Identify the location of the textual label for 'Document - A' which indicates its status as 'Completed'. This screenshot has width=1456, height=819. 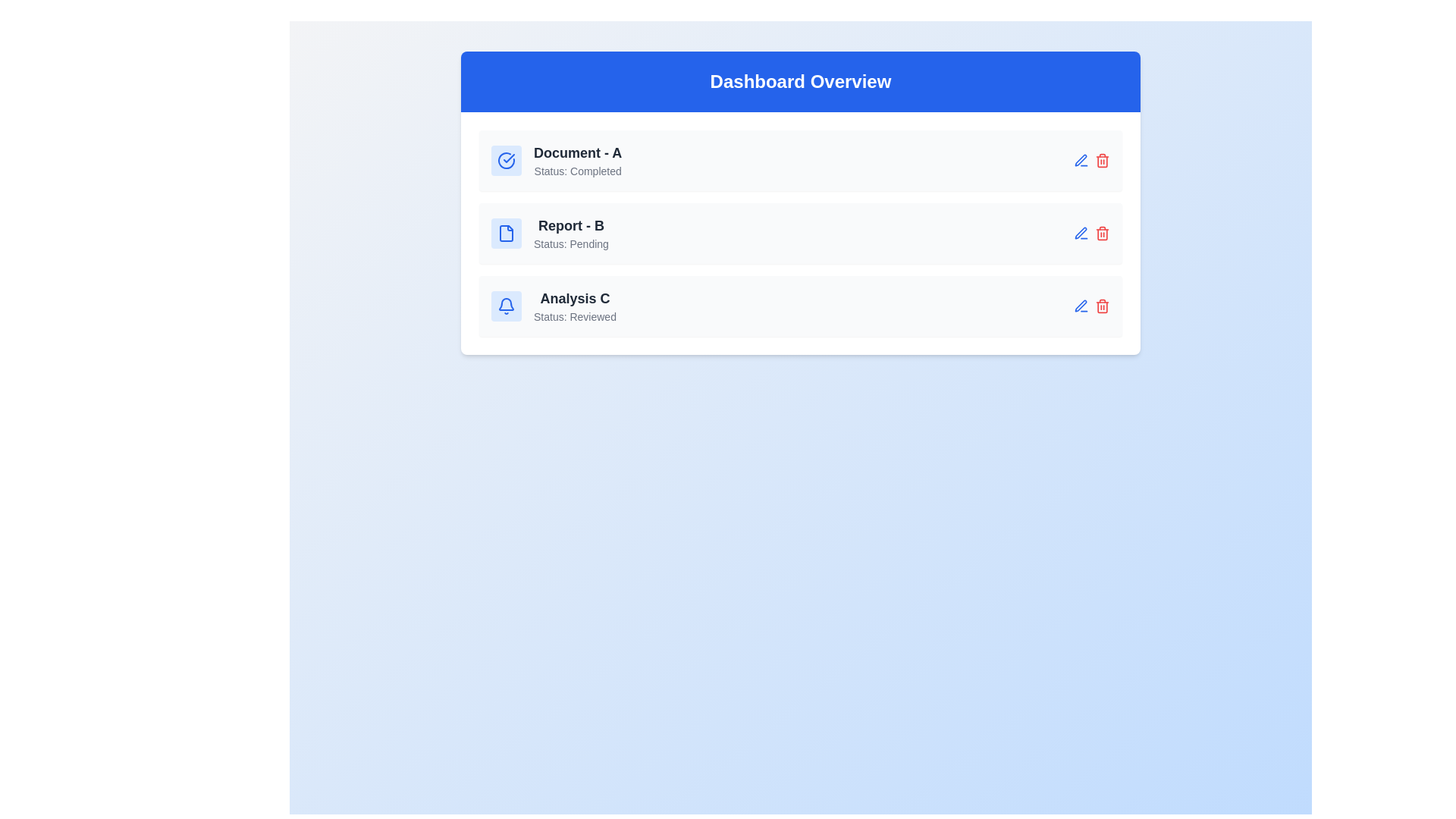
(577, 161).